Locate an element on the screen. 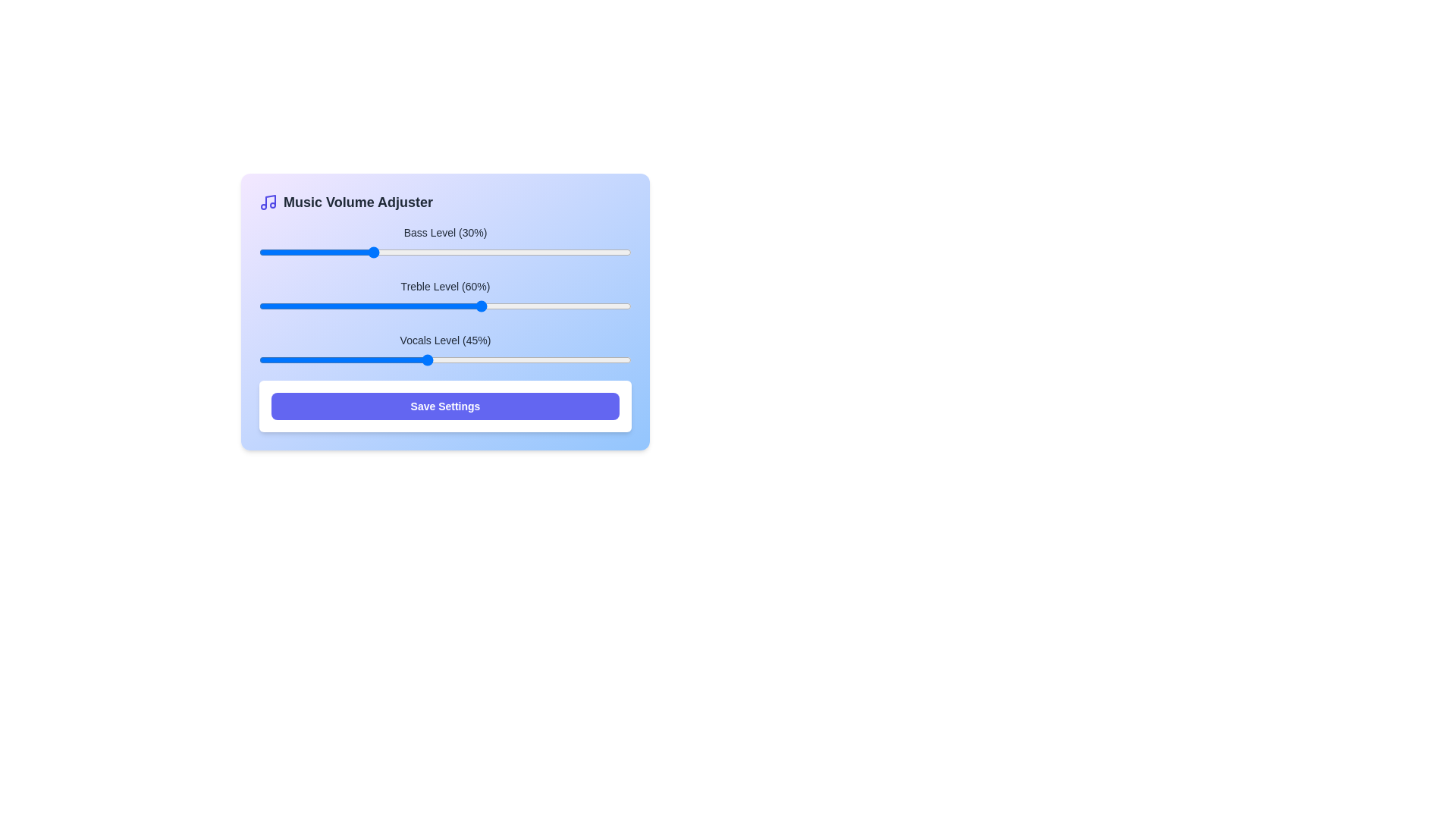  the bass level is located at coordinates (278, 251).